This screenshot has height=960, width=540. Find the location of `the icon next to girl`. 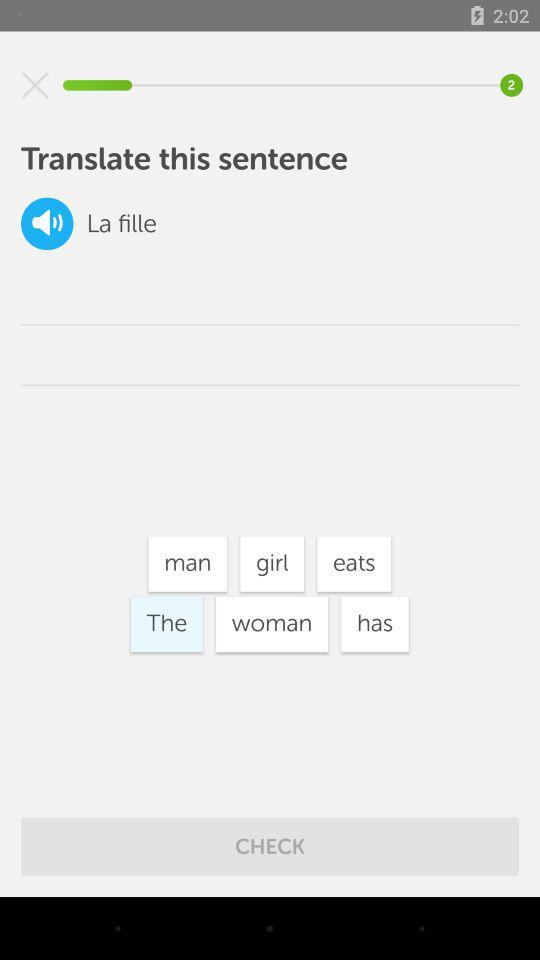

the icon next to girl is located at coordinates (187, 564).